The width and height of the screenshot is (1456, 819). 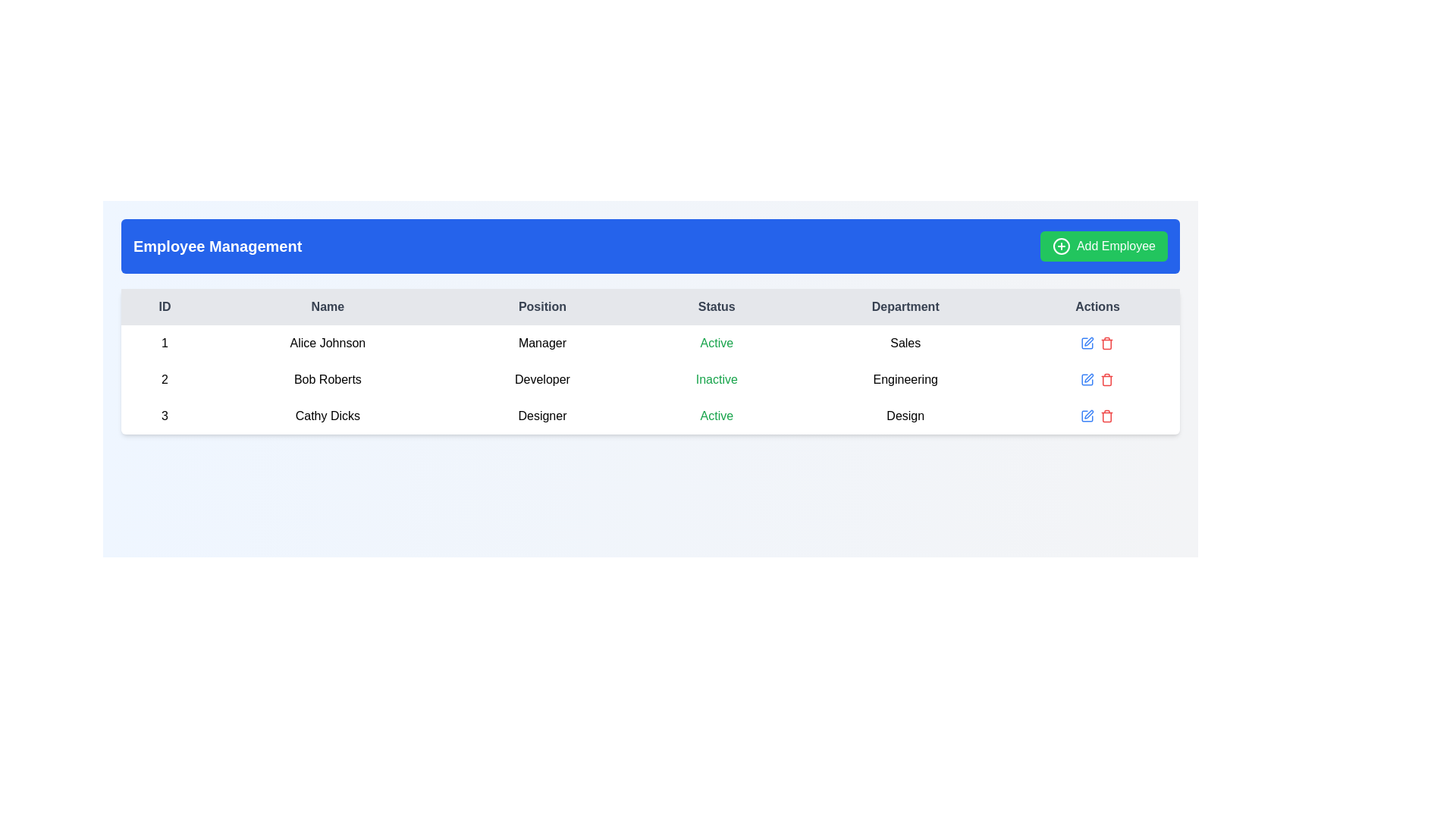 What do you see at coordinates (1087, 379) in the screenshot?
I see `the small blue pencil icon button in the 'Actions' column of the table, specifically in the second row associated with 'Bob Roberts'` at bounding box center [1087, 379].